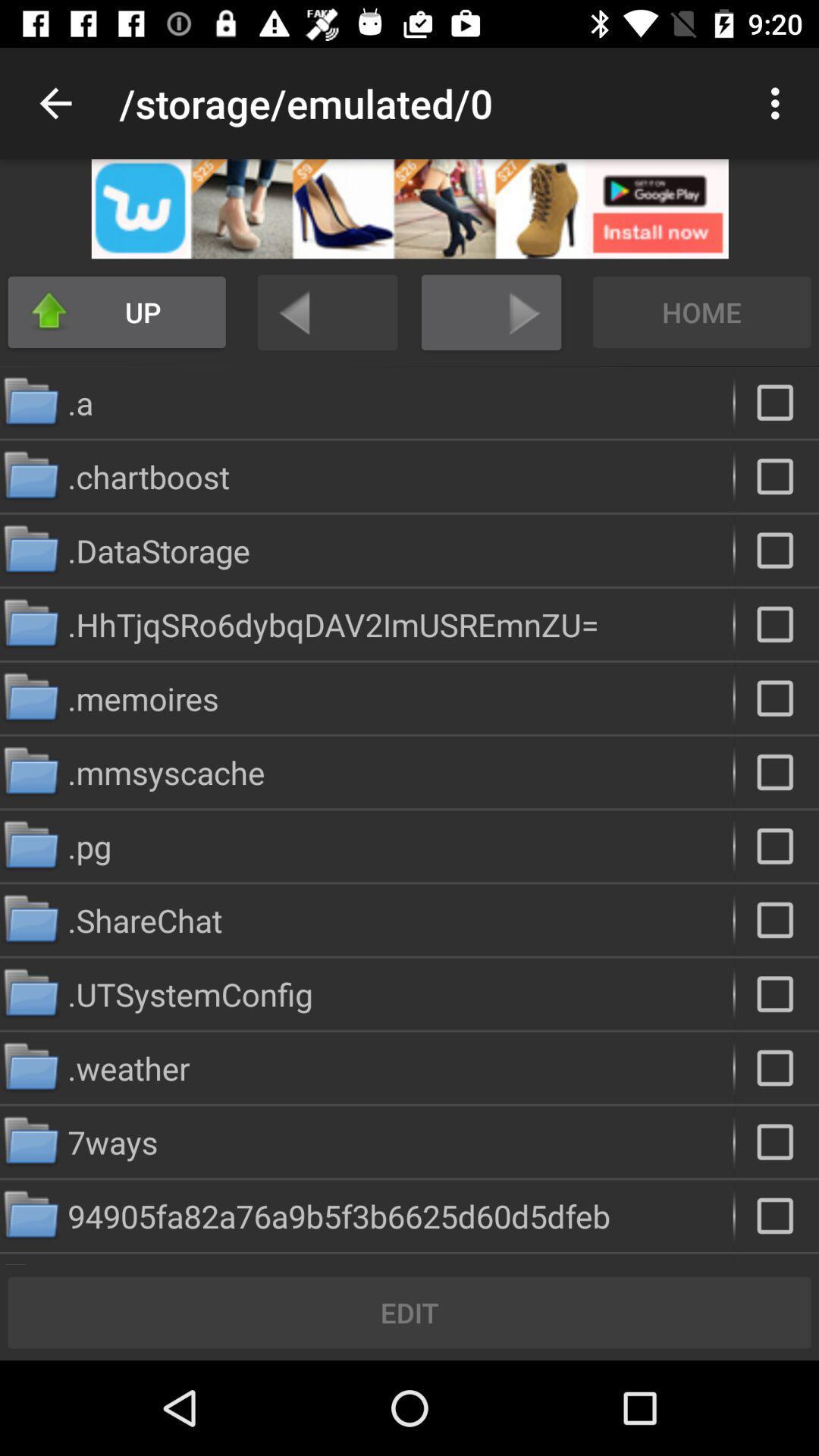 The height and width of the screenshot is (1456, 819). What do you see at coordinates (777, 1216) in the screenshot?
I see `folder` at bounding box center [777, 1216].